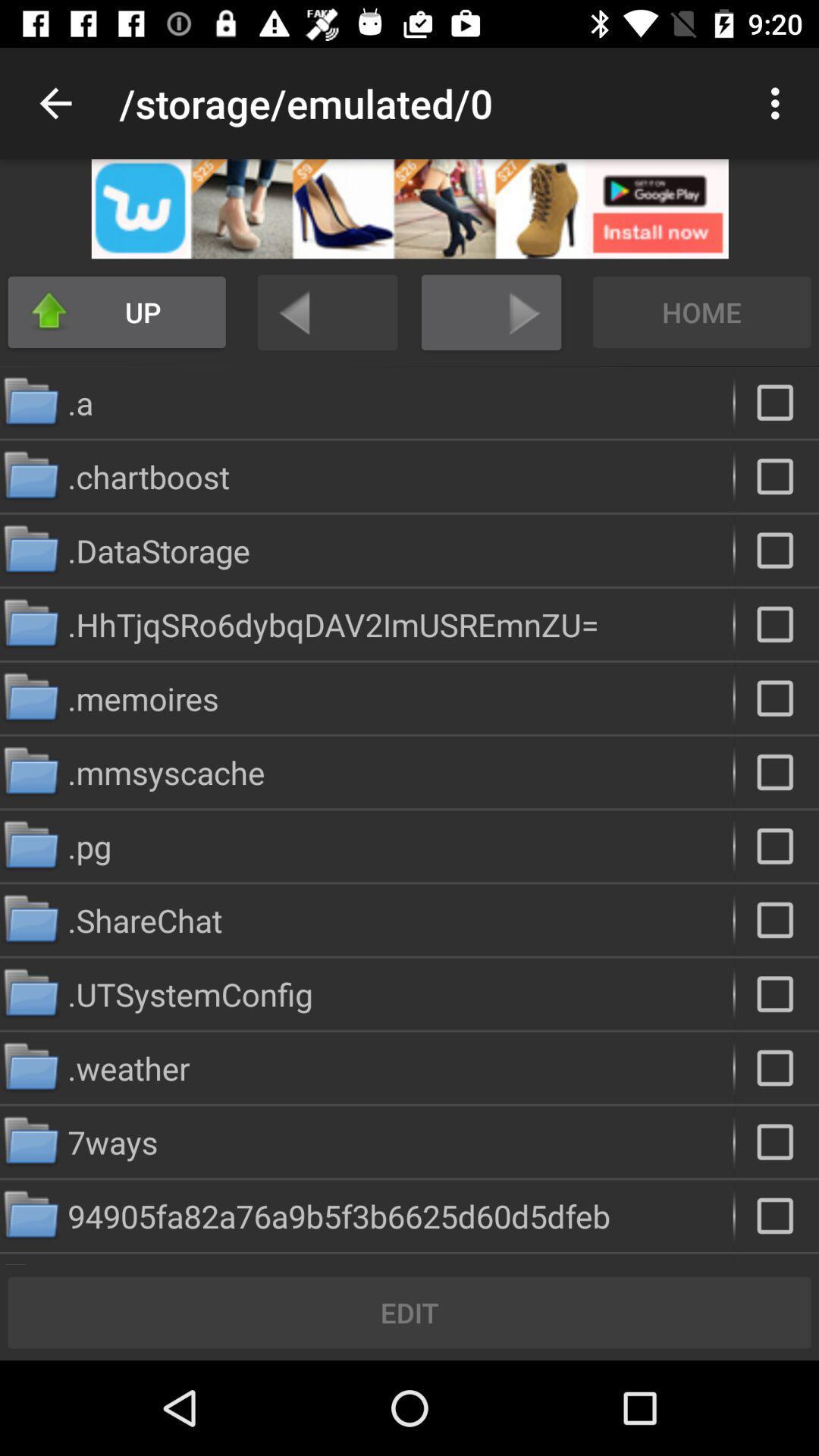 The height and width of the screenshot is (1456, 819). What do you see at coordinates (777, 1216) in the screenshot?
I see `folder` at bounding box center [777, 1216].